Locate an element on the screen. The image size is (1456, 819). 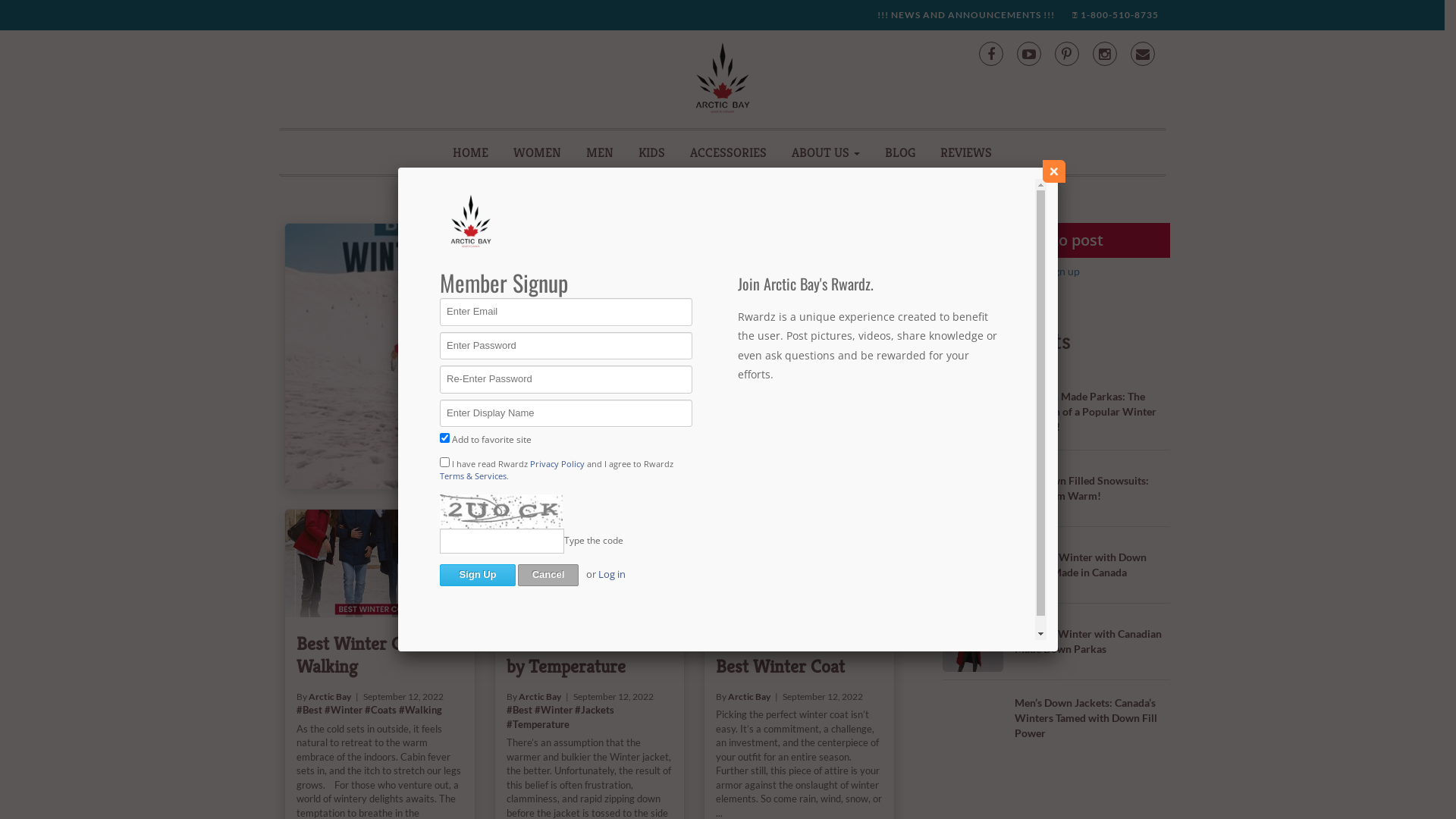
'Kids Down Filled Snowsuits: Keep them Warm!' is located at coordinates (1081, 488).